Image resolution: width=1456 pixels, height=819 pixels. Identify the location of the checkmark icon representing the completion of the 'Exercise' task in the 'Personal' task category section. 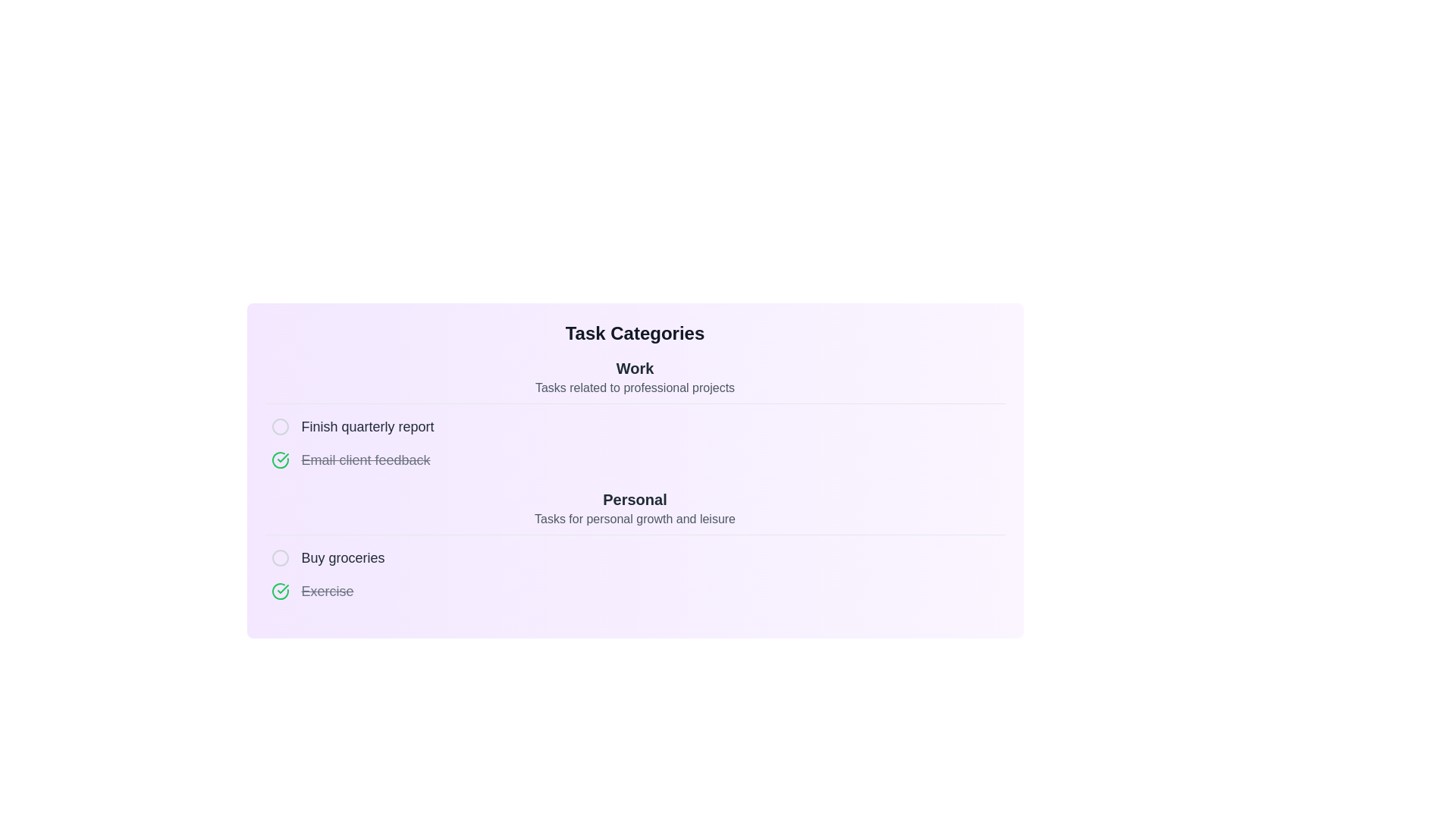
(283, 457).